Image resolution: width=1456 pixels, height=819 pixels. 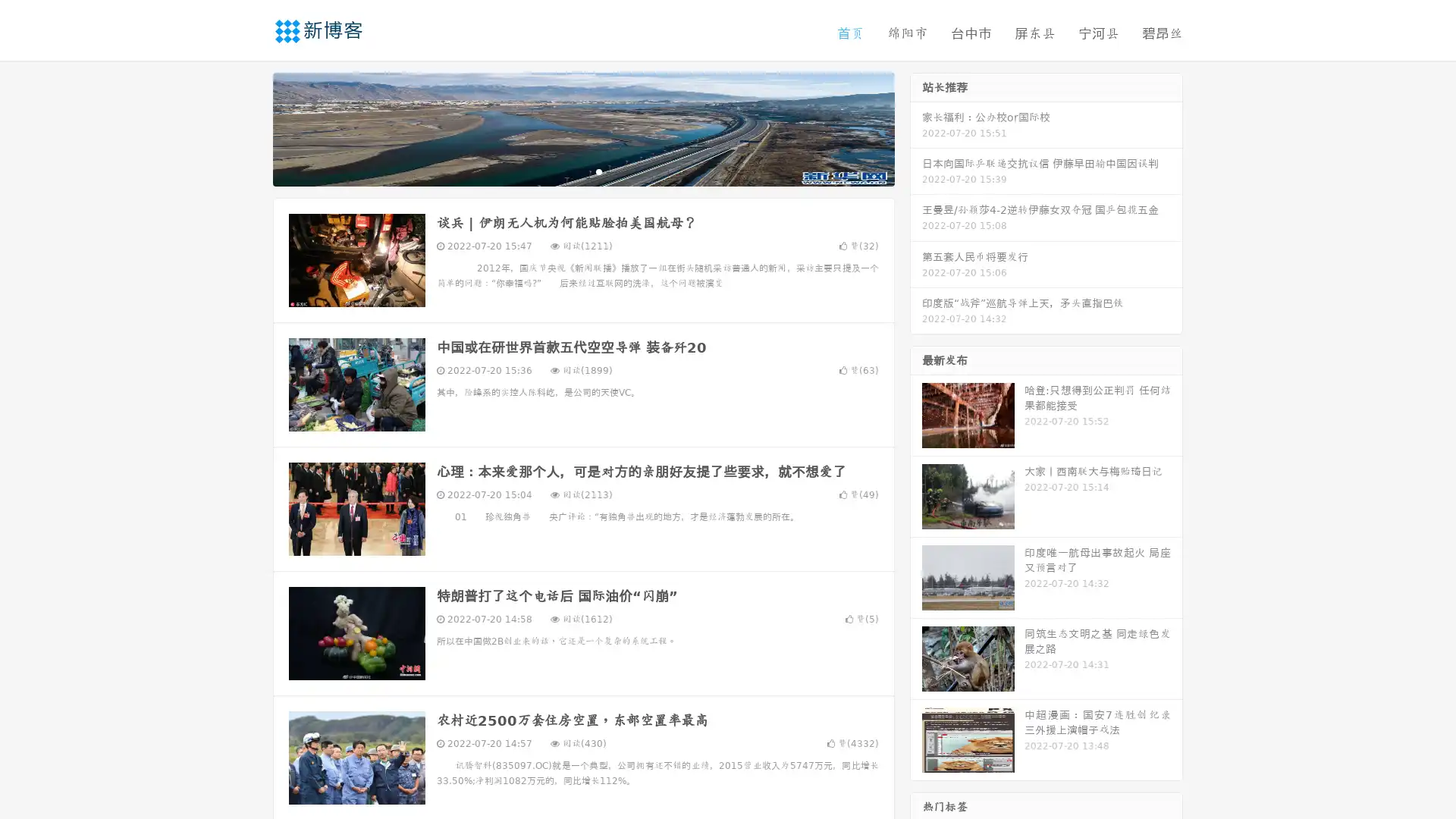 What do you see at coordinates (916, 127) in the screenshot?
I see `Next slide` at bounding box center [916, 127].